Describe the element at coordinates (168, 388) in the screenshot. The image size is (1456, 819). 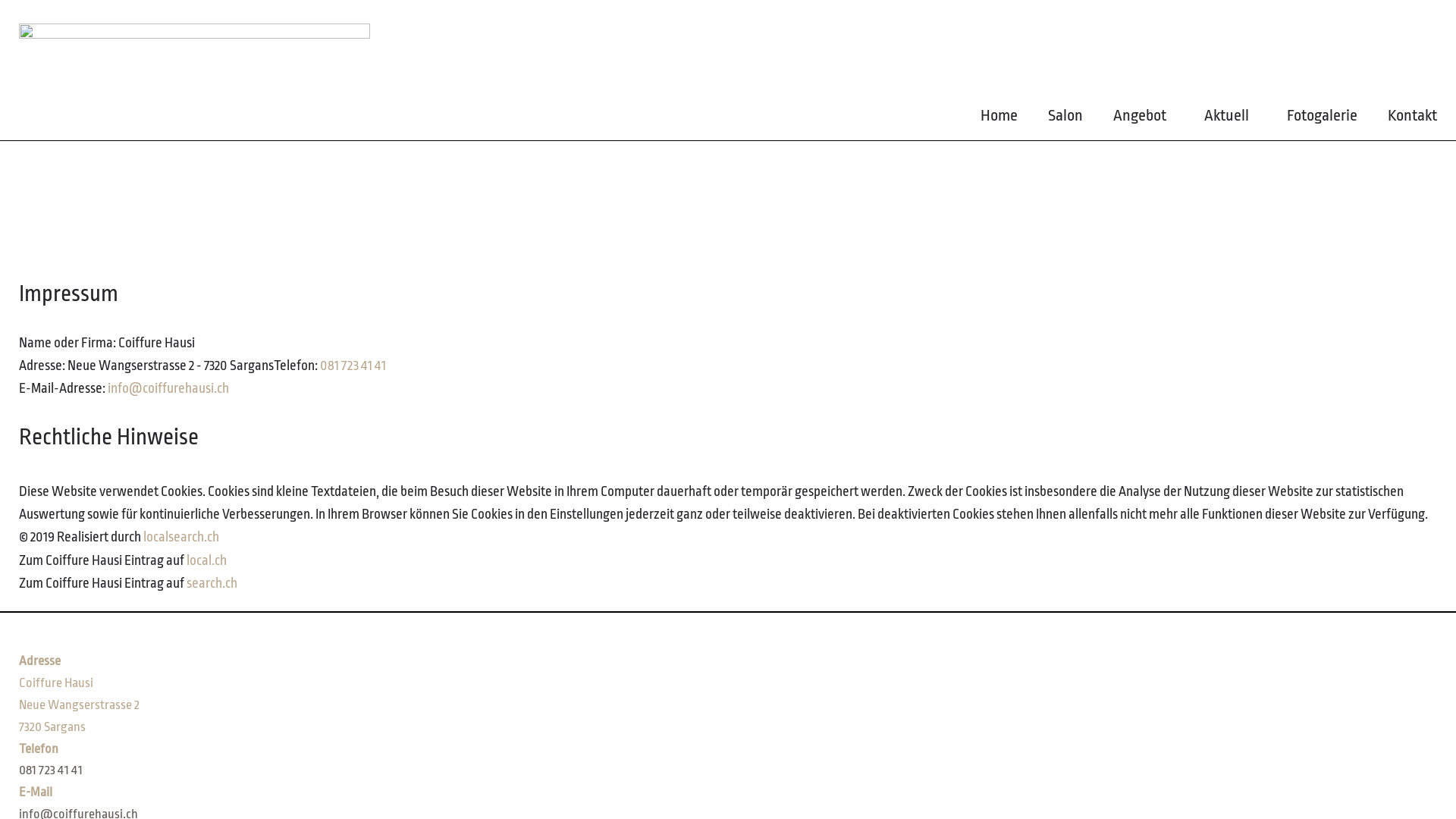
I see `'info@coiffurehausi.ch'` at that location.